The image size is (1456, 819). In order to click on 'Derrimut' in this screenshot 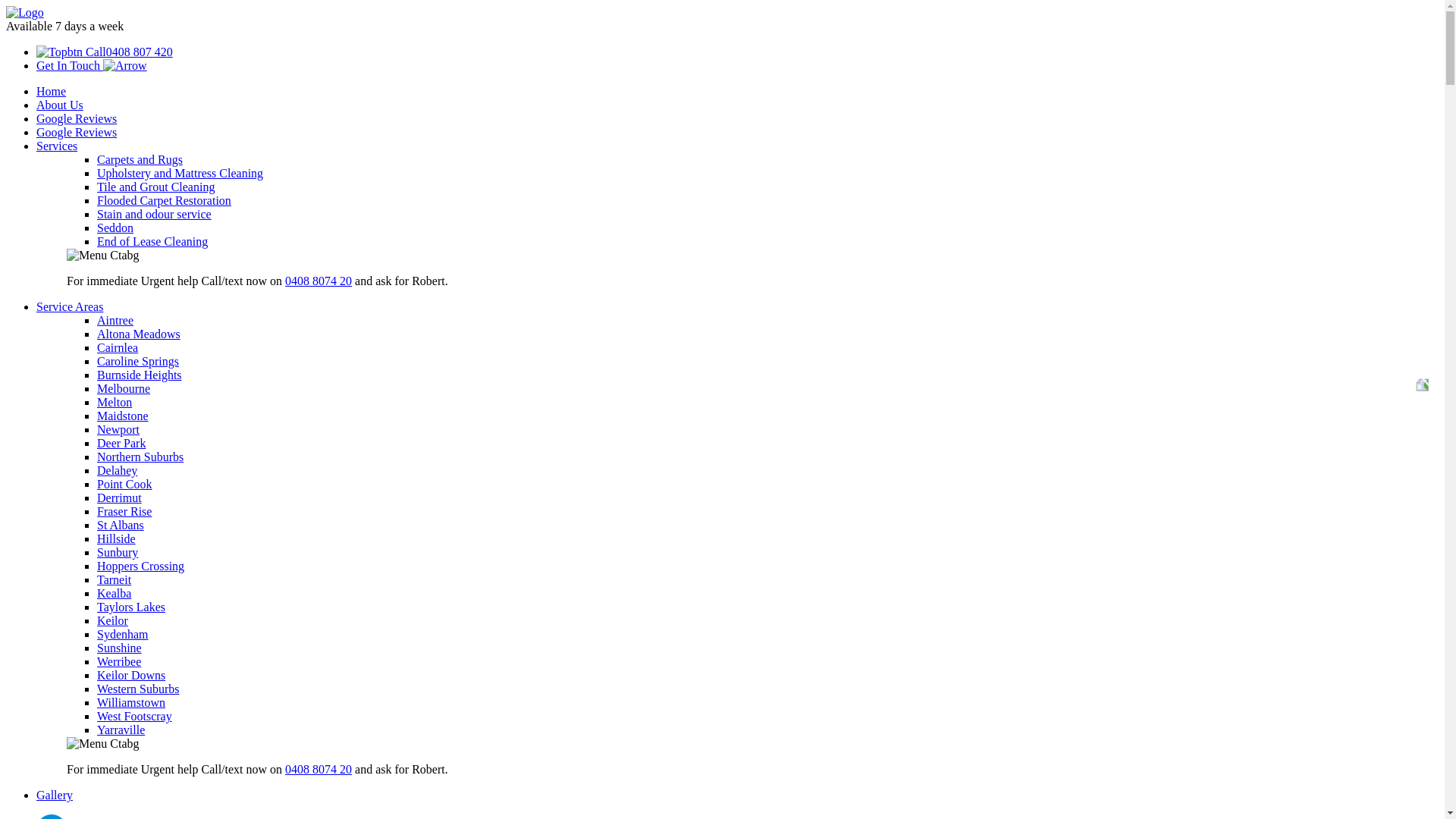, I will do `click(118, 497)`.